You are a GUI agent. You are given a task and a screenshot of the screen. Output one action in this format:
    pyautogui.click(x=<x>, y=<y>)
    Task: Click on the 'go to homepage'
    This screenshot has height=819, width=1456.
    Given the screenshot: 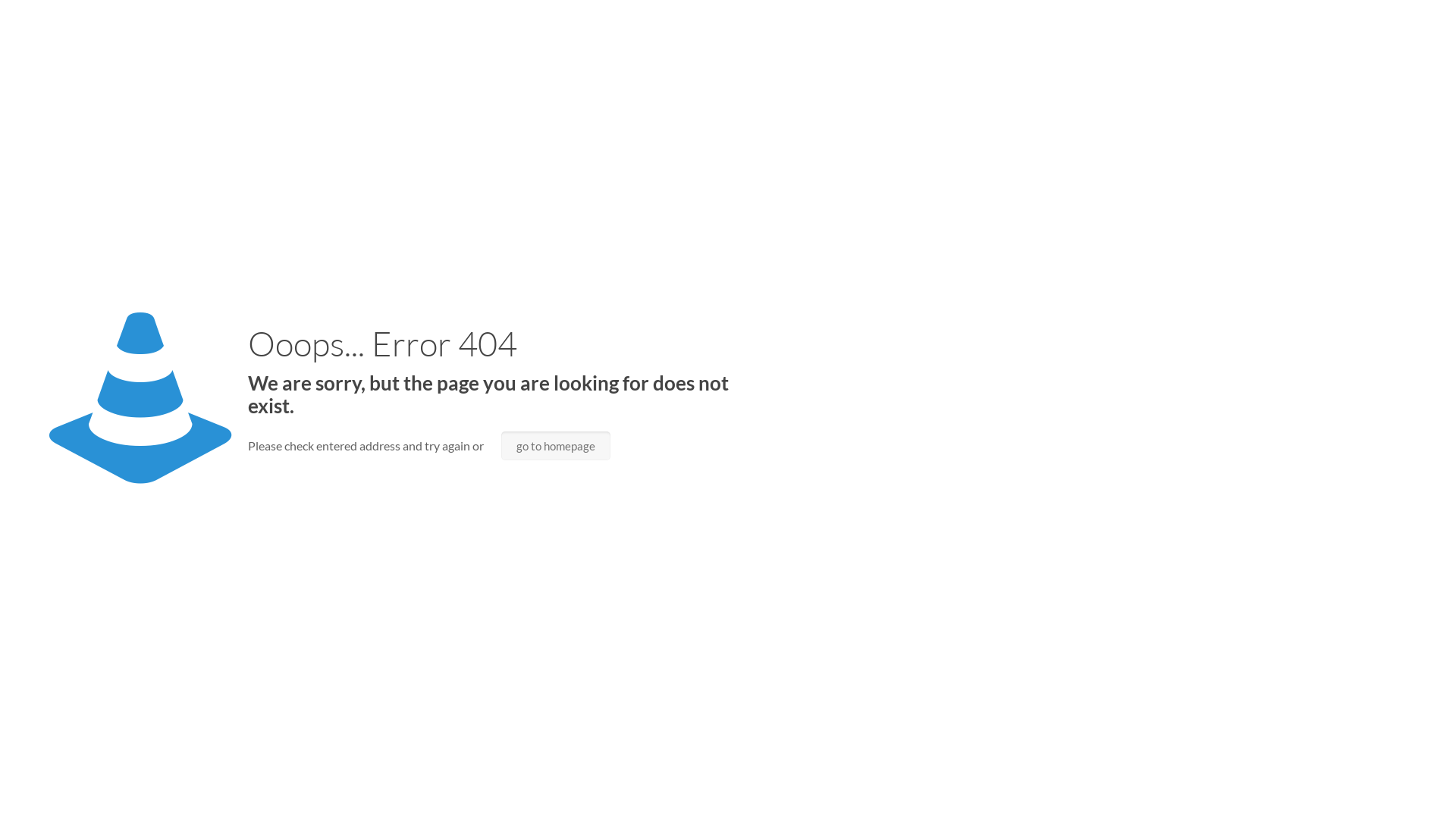 What is the action you would take?
    pyautogui.click(x=555, y=444)
    